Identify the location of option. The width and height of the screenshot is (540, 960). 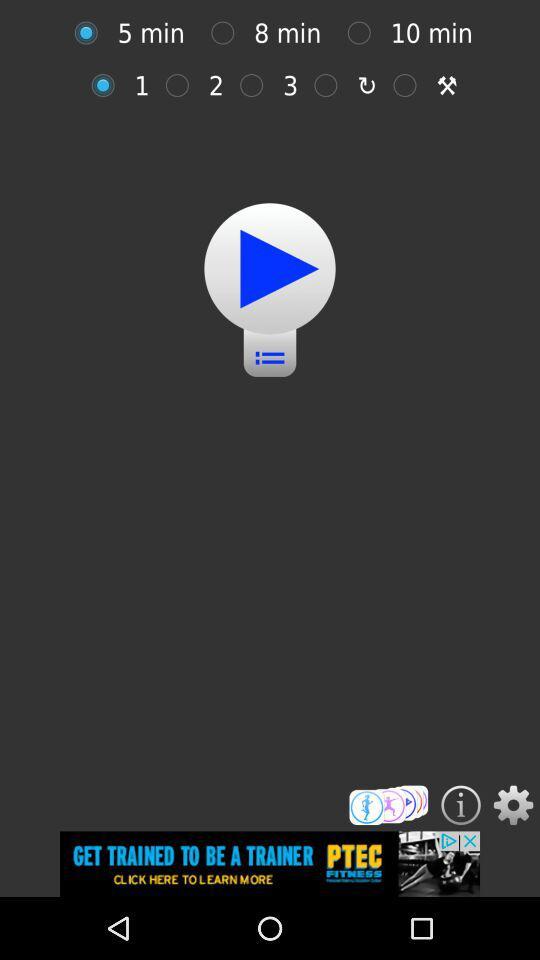
(182, 85).